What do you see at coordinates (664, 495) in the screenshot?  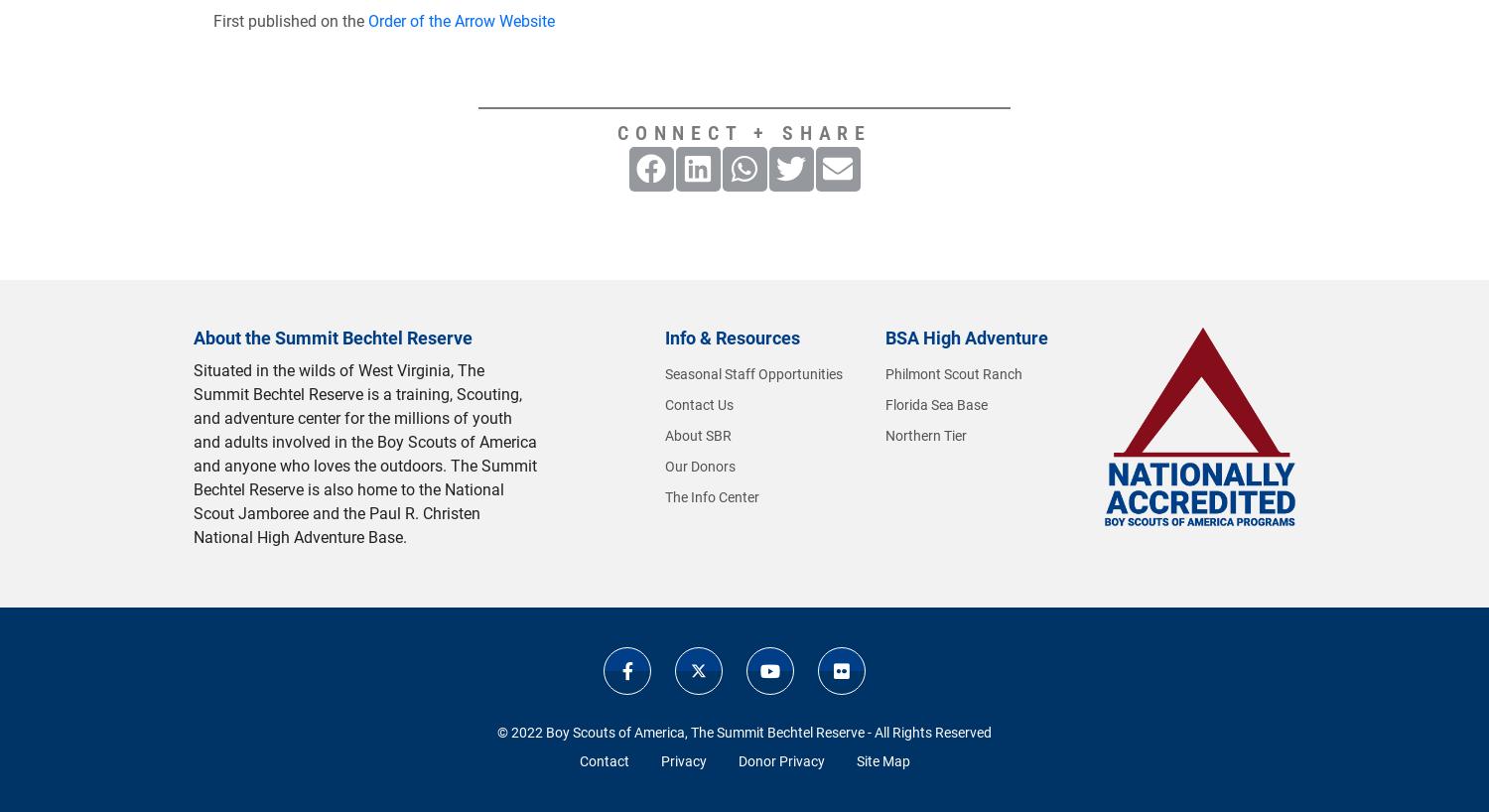 I see `'The Info Center'` at bounding box center [664, 495].